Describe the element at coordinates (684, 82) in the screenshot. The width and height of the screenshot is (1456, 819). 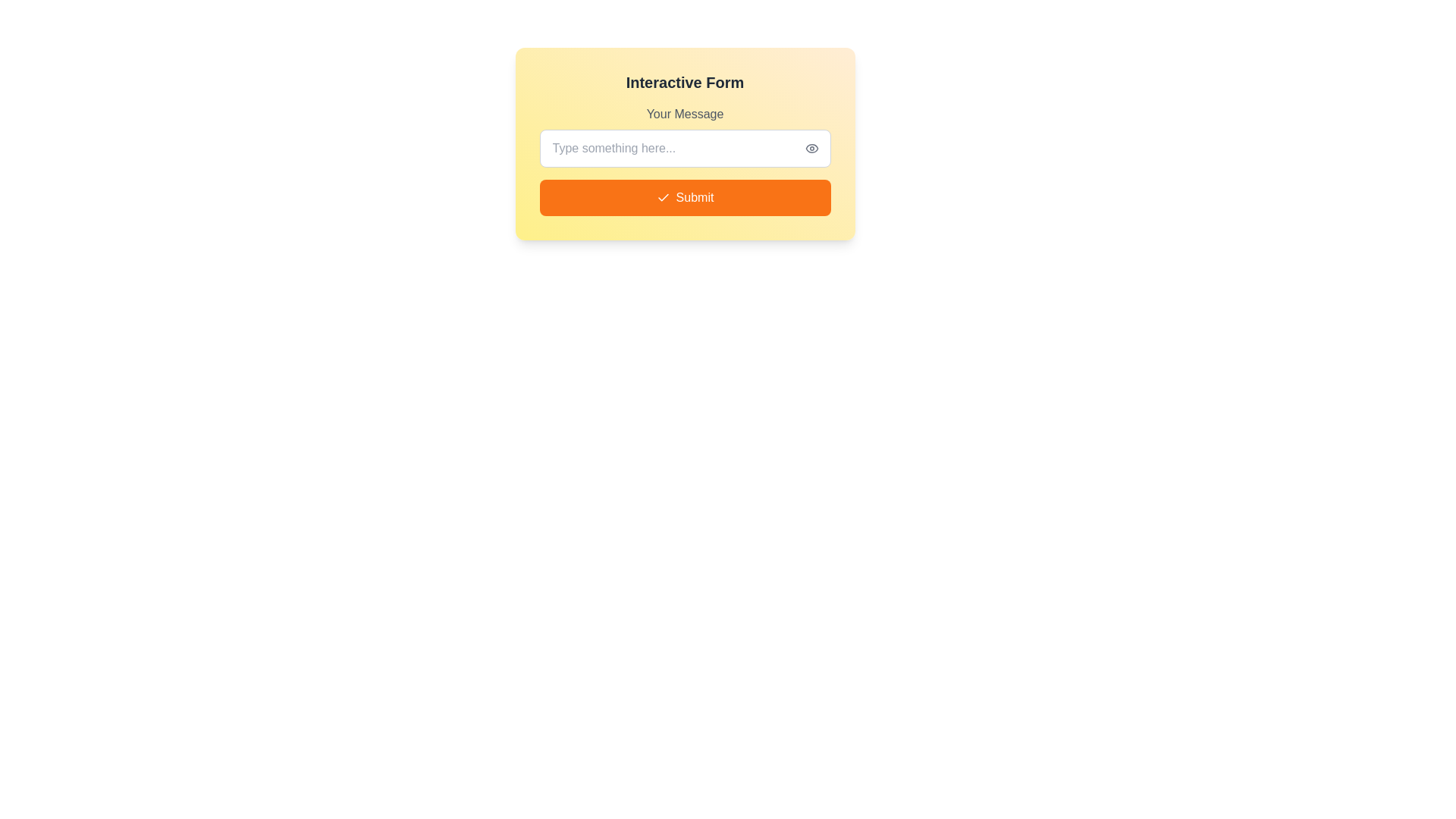
I see `the title or heading text element that serves as context for the form, positioned at the top of the form box and above the 'Your Message' label` at that location.